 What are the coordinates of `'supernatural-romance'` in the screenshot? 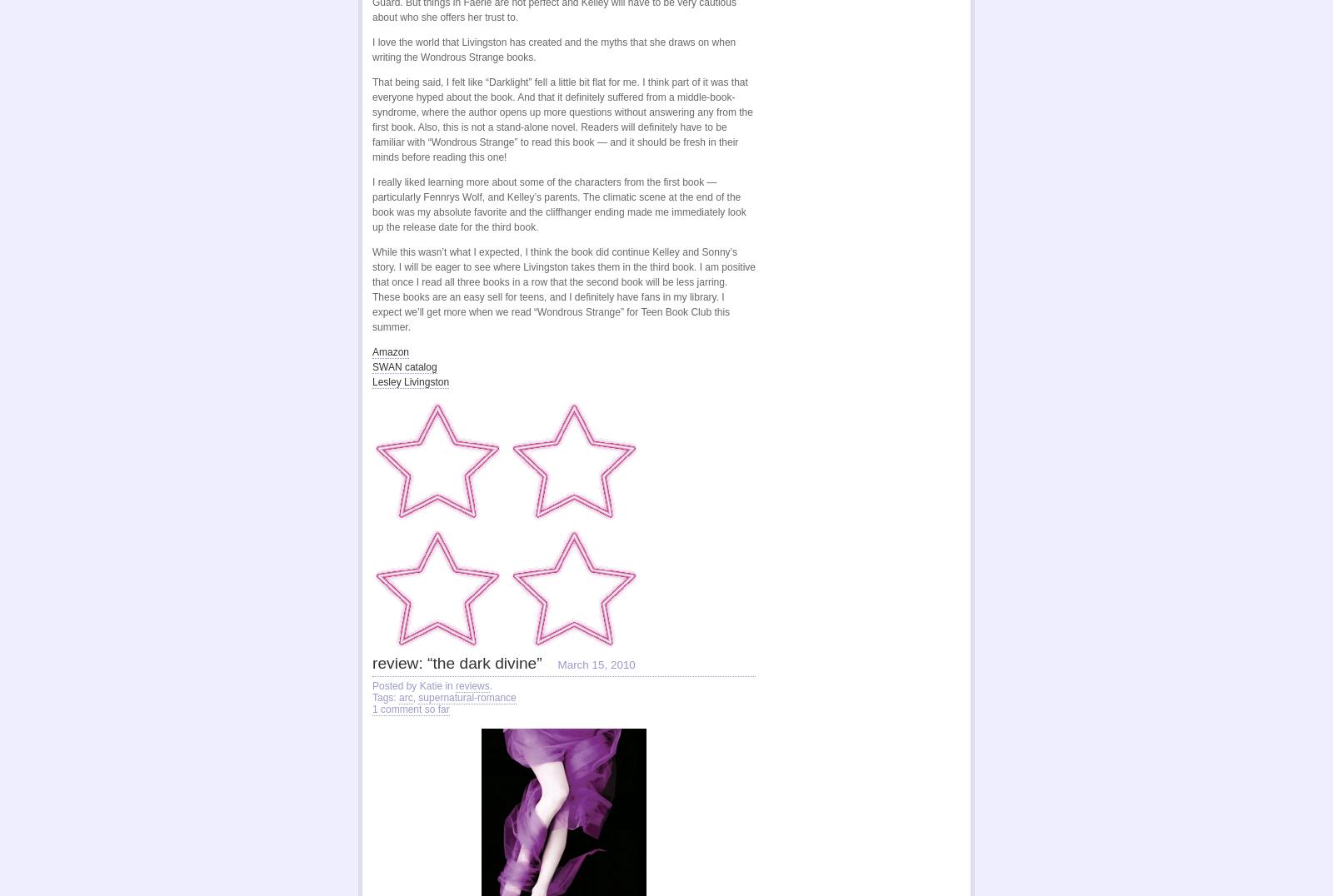 It's located at (466, 696).